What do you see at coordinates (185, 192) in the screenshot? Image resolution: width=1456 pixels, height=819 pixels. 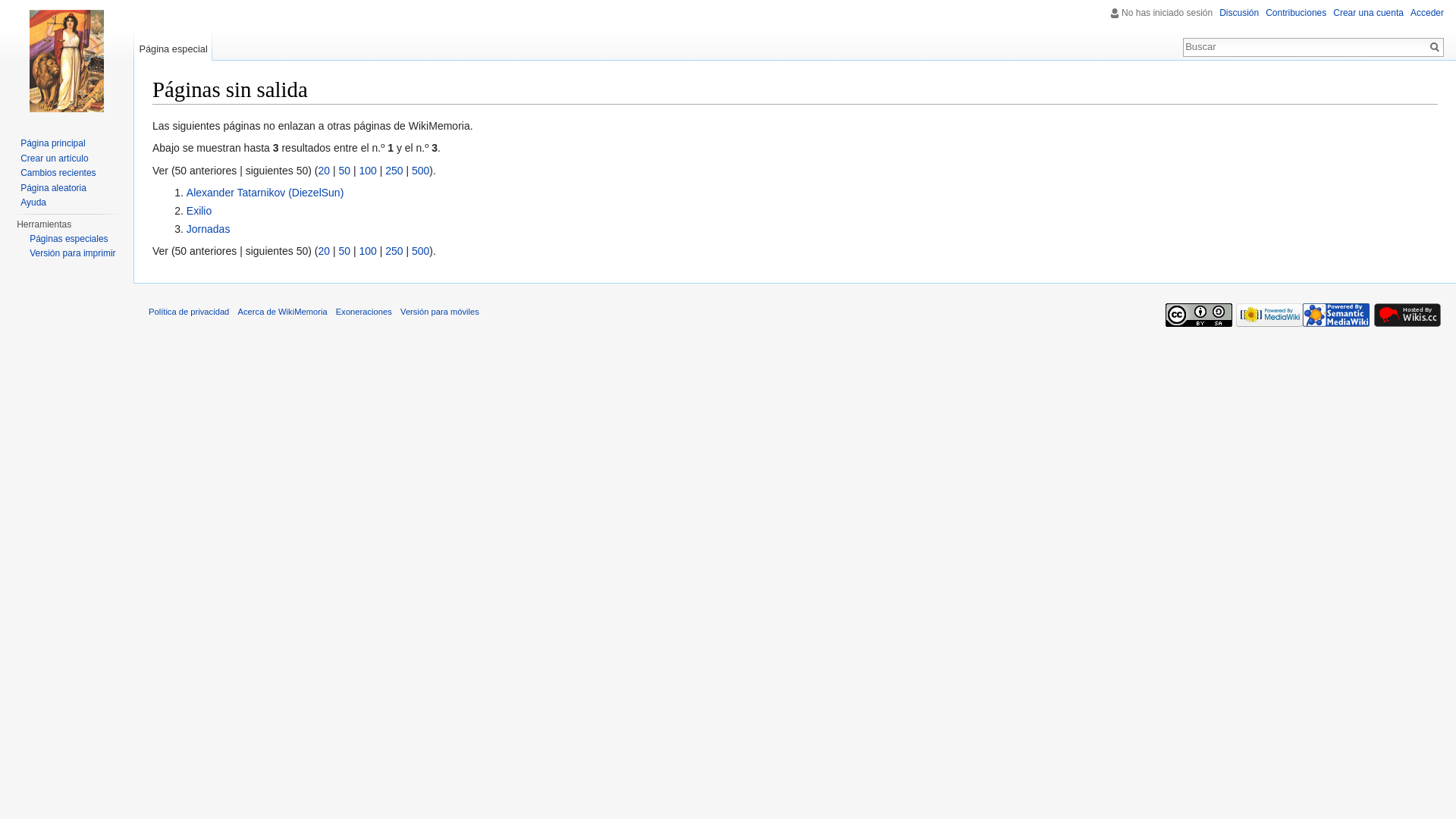 I see `'Alexander Tatarnikov (DiezelSun)'` at bounding box center [185, 192].